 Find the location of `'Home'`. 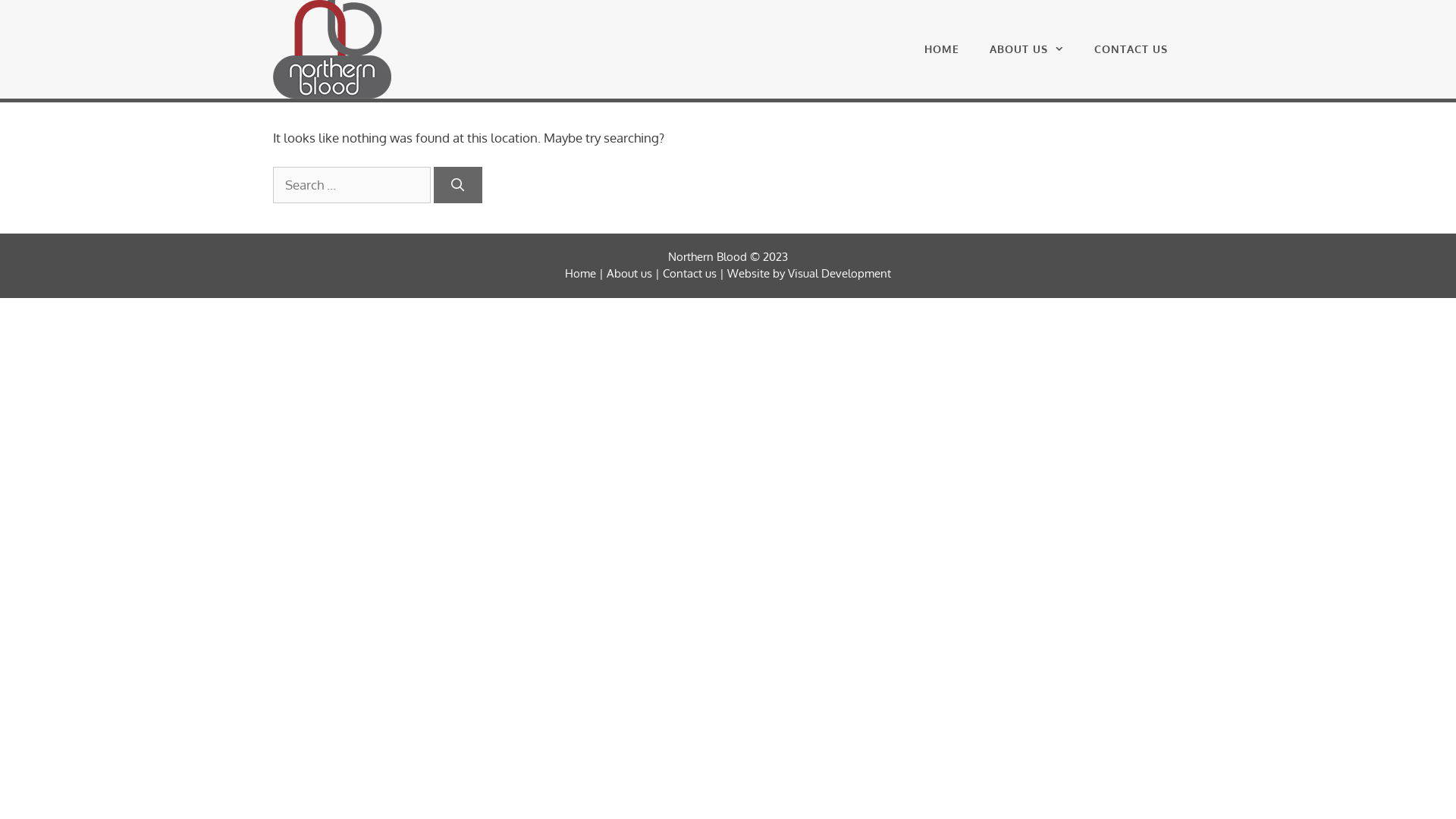

'Home' is located at coordinates (579, 273).